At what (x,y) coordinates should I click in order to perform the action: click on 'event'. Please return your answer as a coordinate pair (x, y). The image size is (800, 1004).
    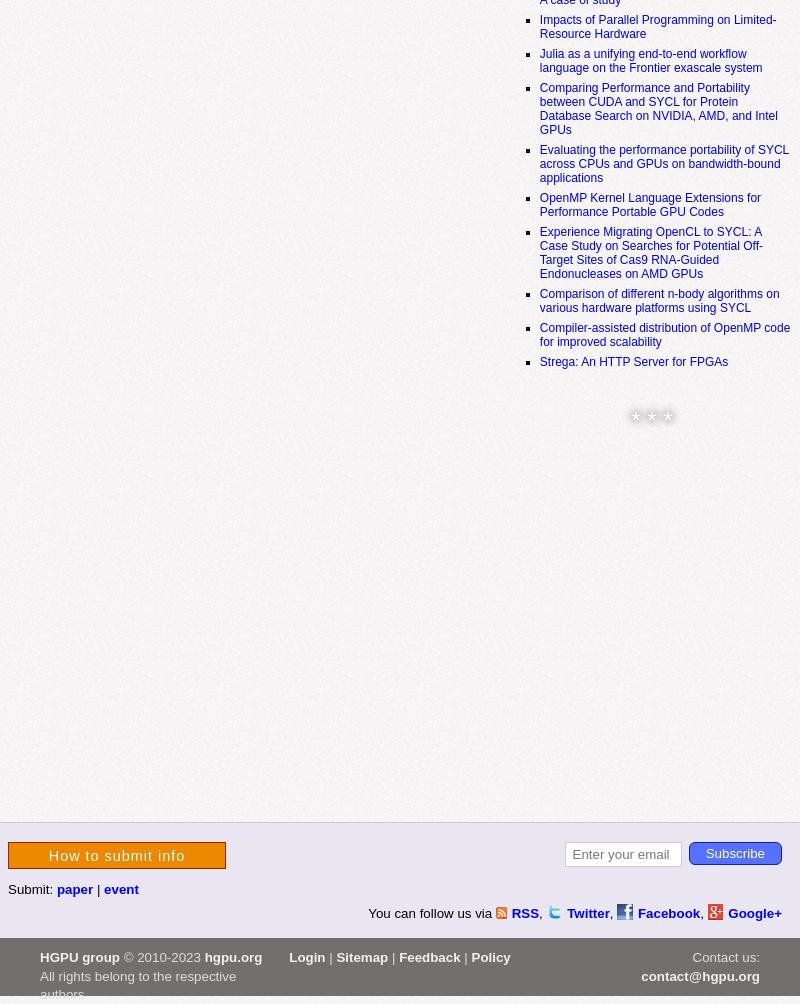
    Looking at the image, I should click on (103, 887).